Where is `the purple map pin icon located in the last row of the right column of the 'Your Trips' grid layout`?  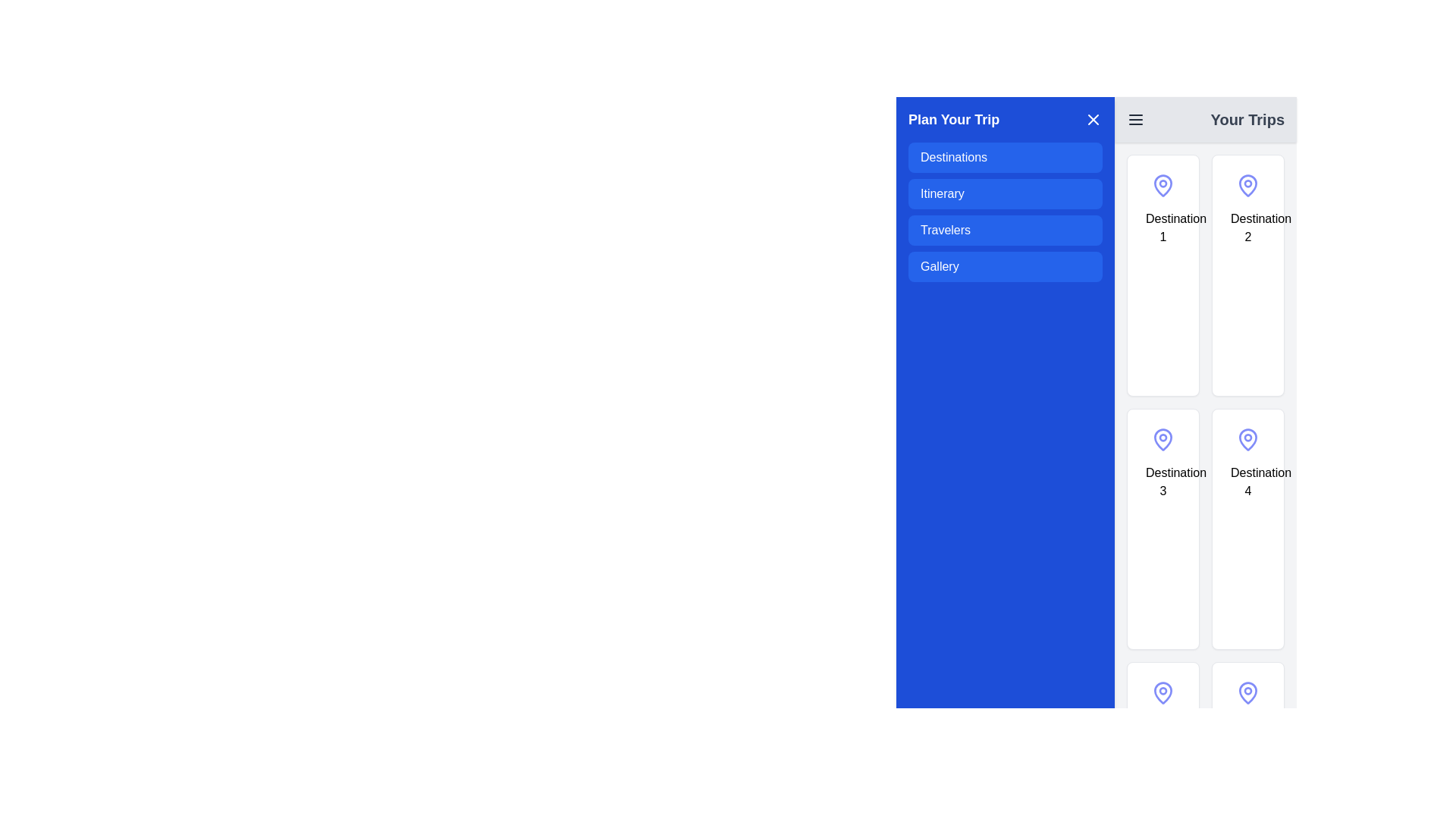
the purple map pin icon located in the last row of the right column of the 'Your Trips' grid layout is located at coordinates (1248, 693).